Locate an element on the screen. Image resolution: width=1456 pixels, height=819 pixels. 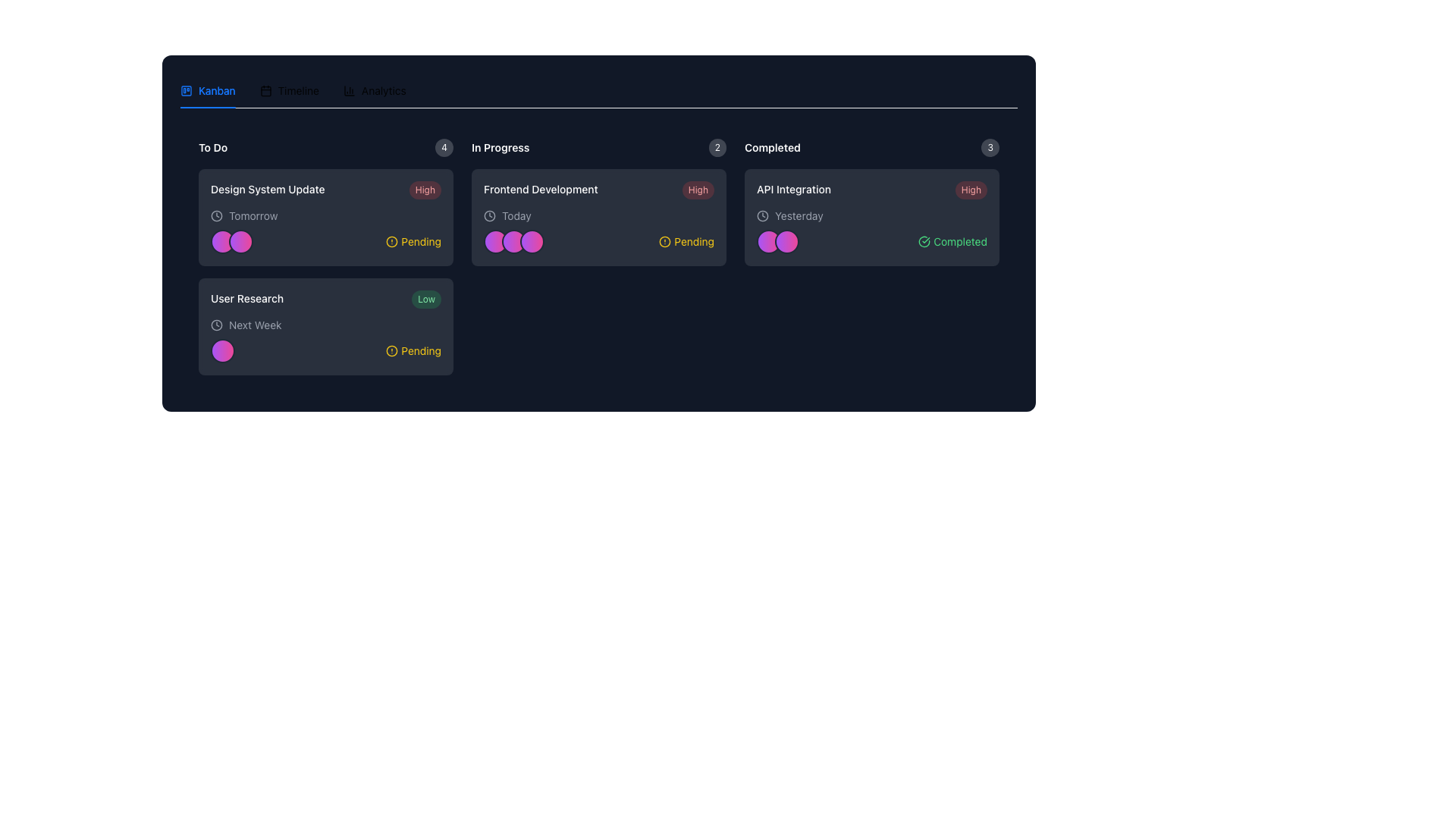
the 'Timeline' tab, which is the second tab in the horizontal tab bar, to switch to the timeline view is located at coordinates (289, 90).